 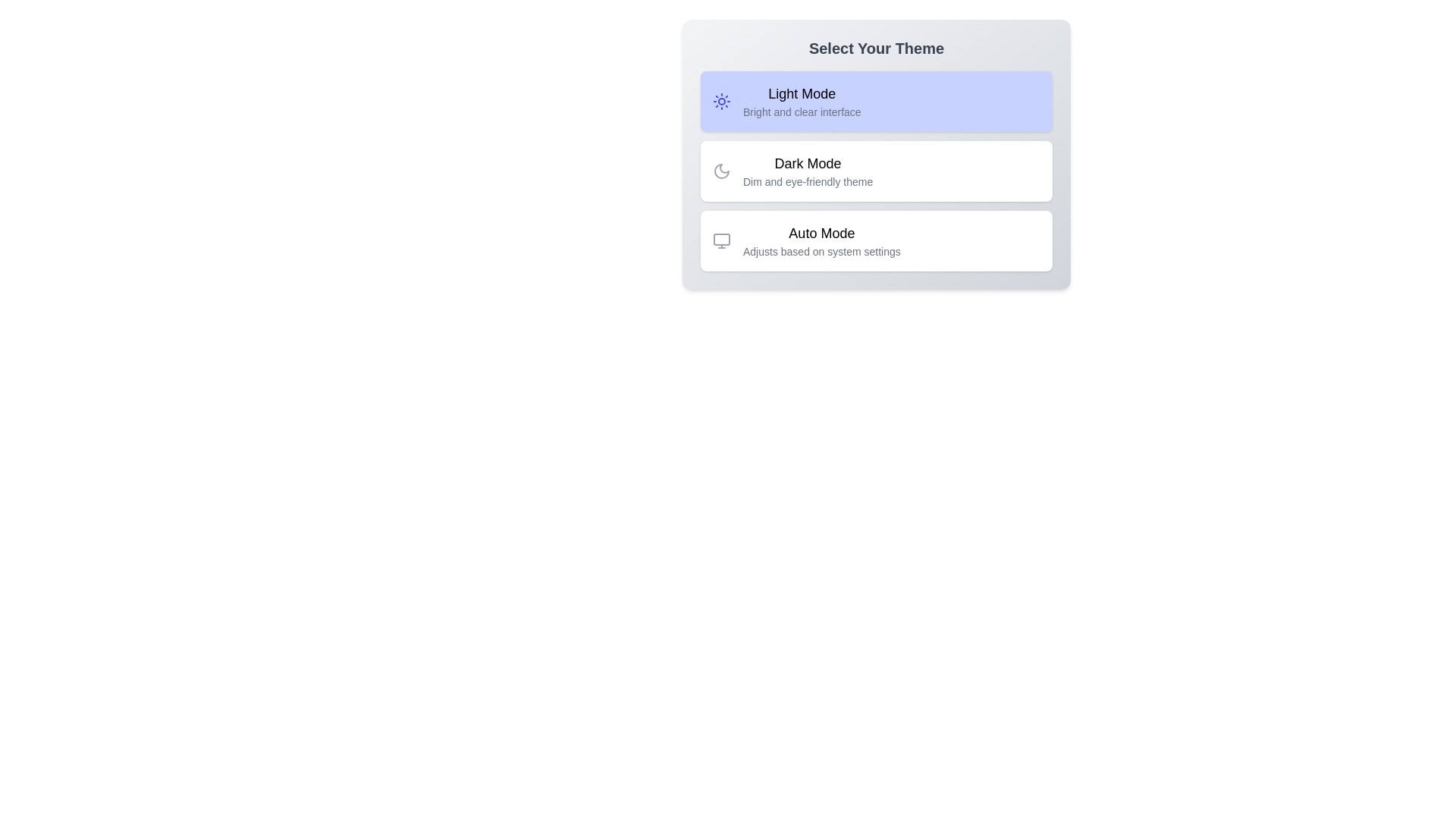 I want to click on the theme card for Light mode, so click(x=877, y=102).